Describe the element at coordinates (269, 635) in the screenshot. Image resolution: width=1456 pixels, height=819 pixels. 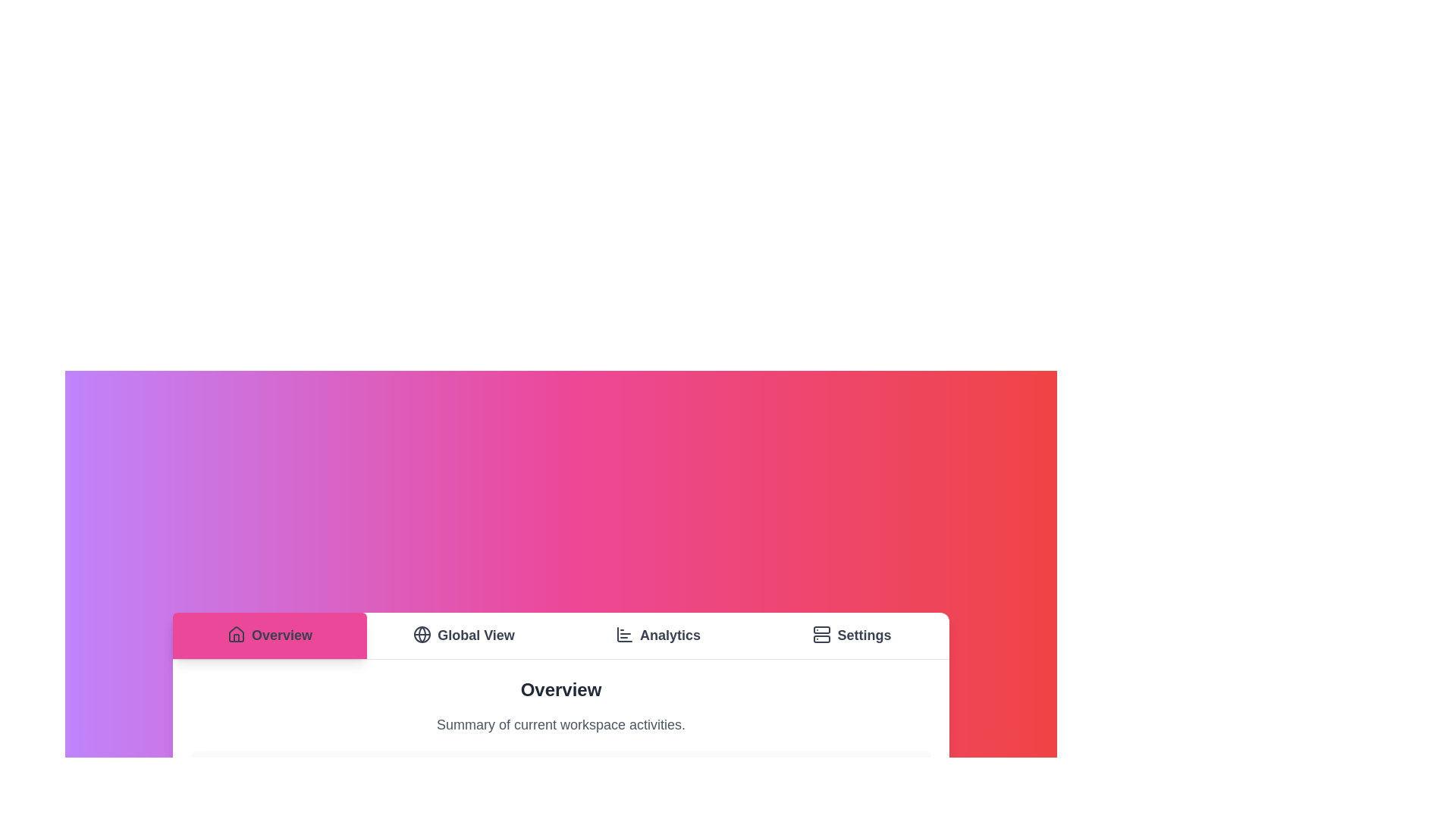
I see `the Overview tab by clicking on it` at that location.